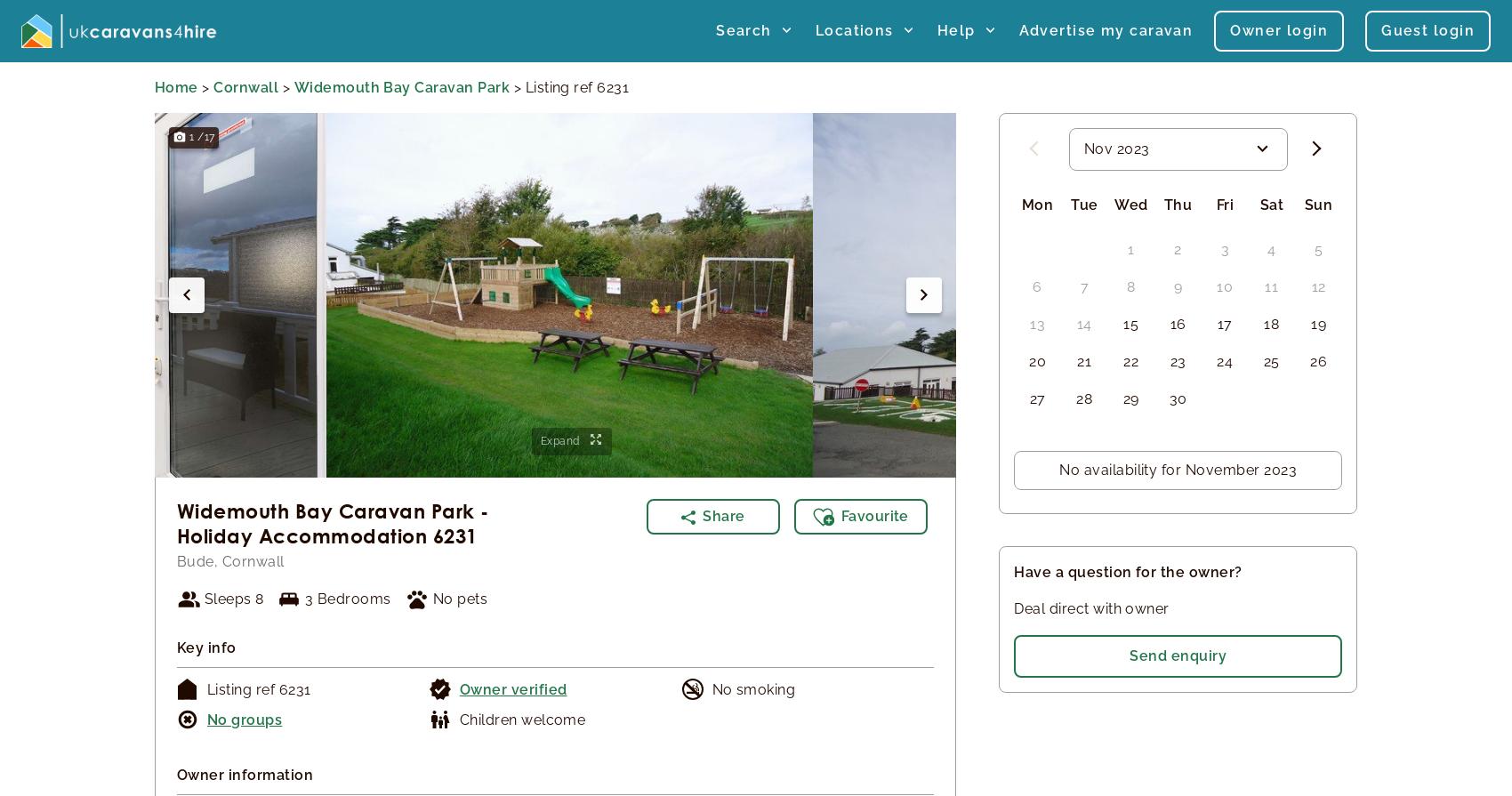 The height and width of the screenshot is (796, 1512). Describe the element at coordinates (458, 687) in the screenshot. I see `'Owner verified'` at that location.